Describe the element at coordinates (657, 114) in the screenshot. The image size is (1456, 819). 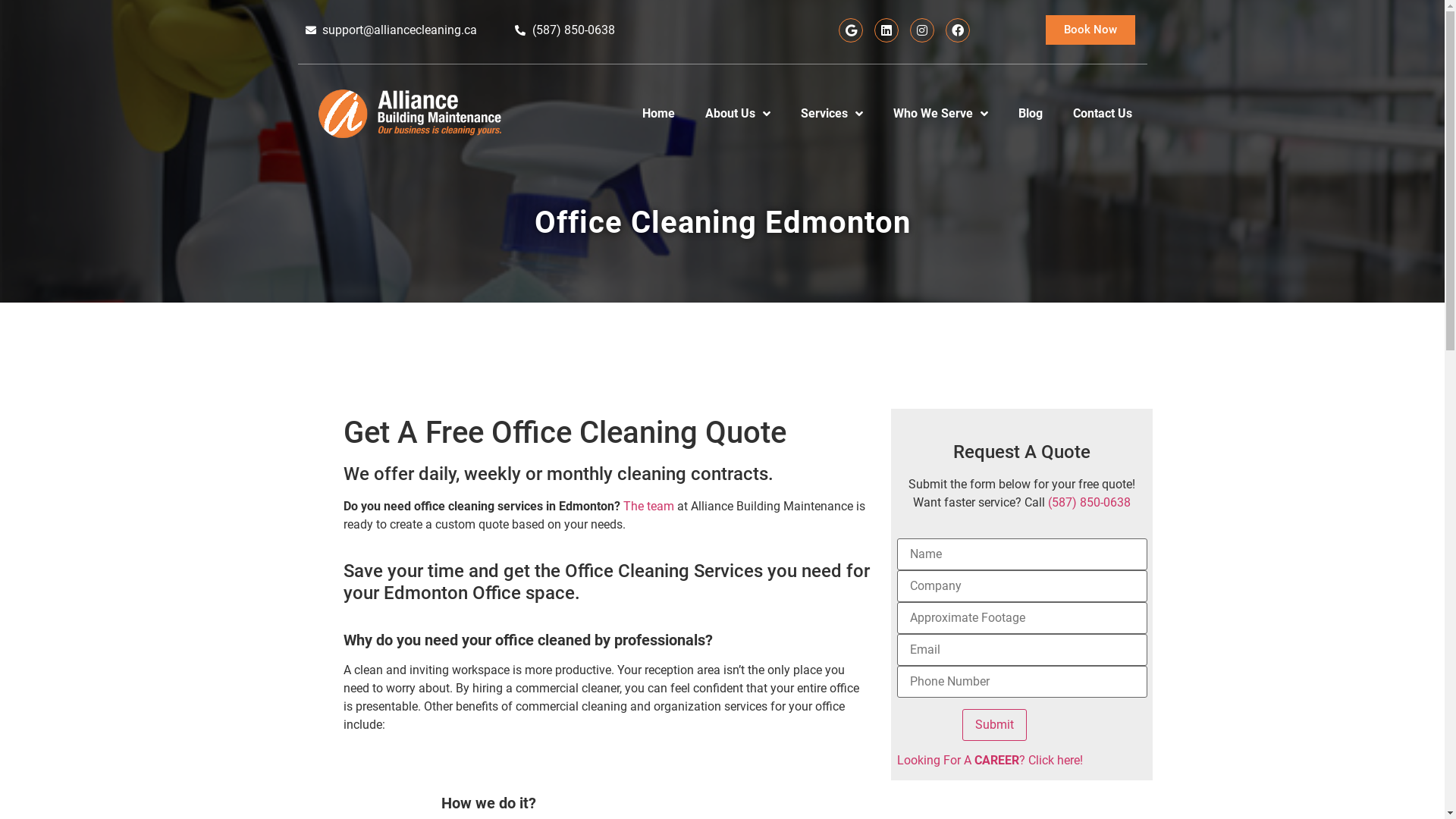
I see `'Home'` at that location.